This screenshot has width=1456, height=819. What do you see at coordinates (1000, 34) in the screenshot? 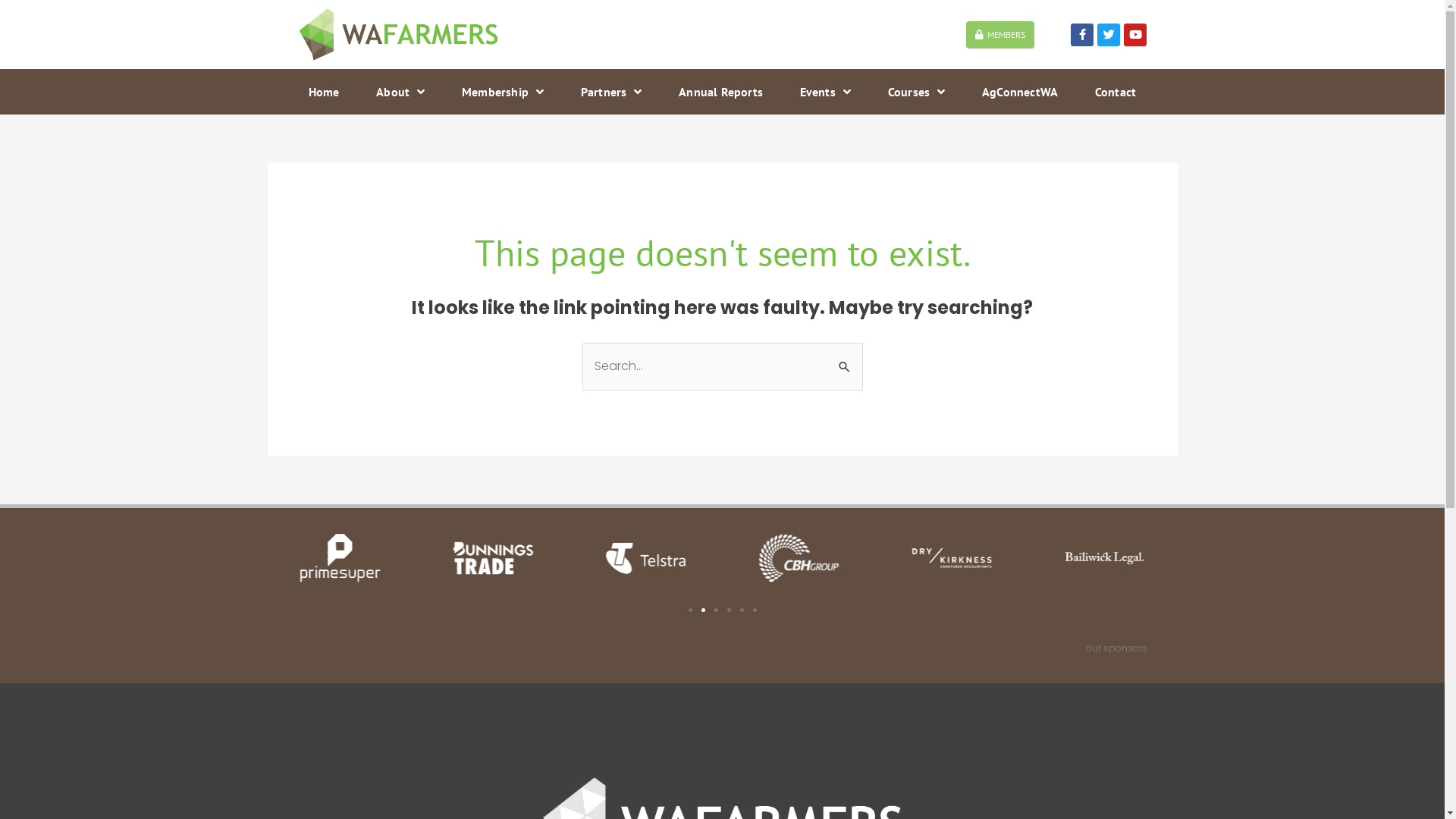
I see `'MEMBERS'` at bounding box center [1000, 34].